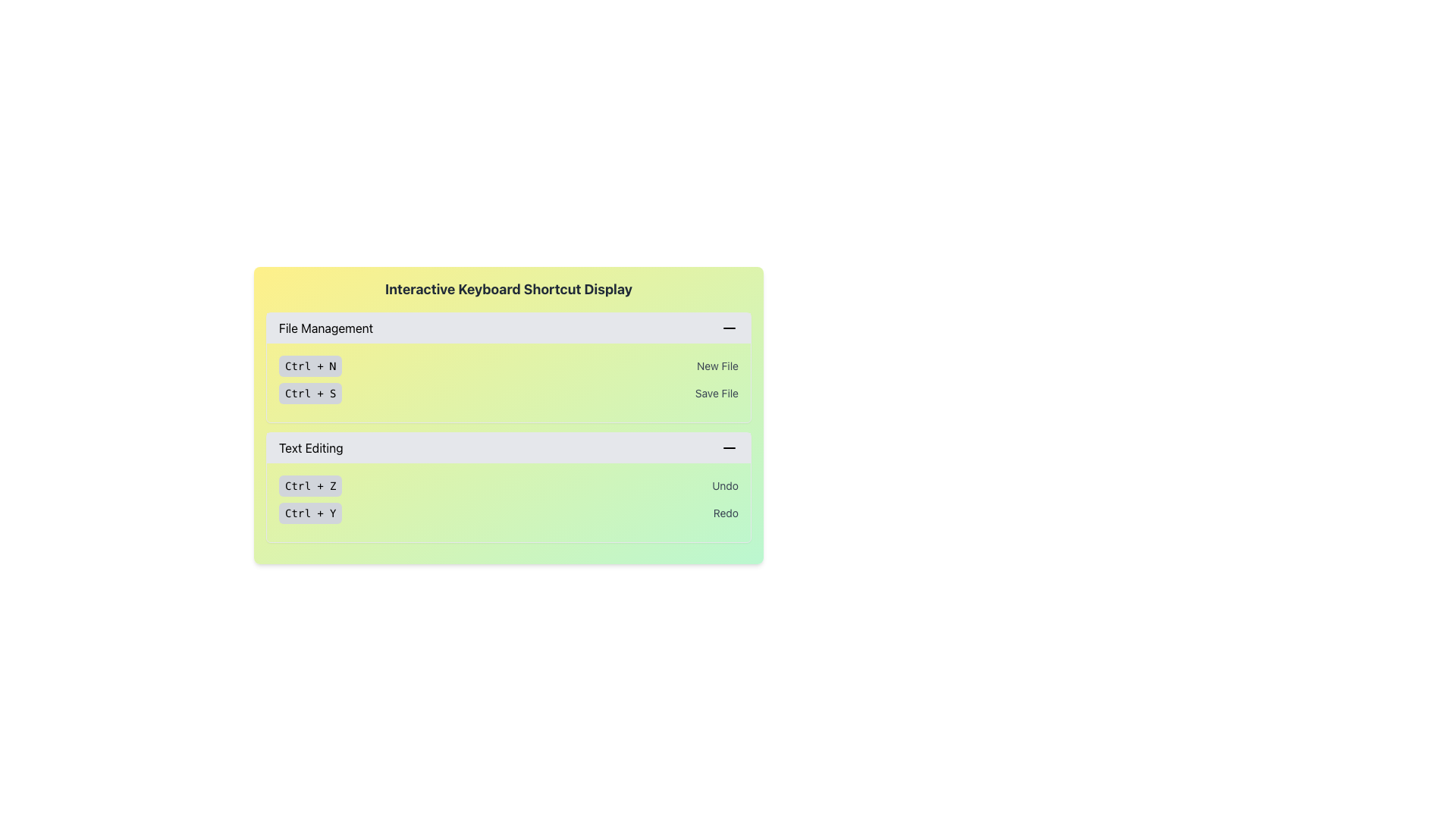 The width and height of the screenshot is (1456, 819). What do you see at coordinates (309, 485) in the screenshot?
I see `the 'Ctrl + Z' button, which is a small, rounded rectangular button with a light gray background and darker gray border, located in the 'Text Editing' section of the interface` at bounding box center [309, 485].